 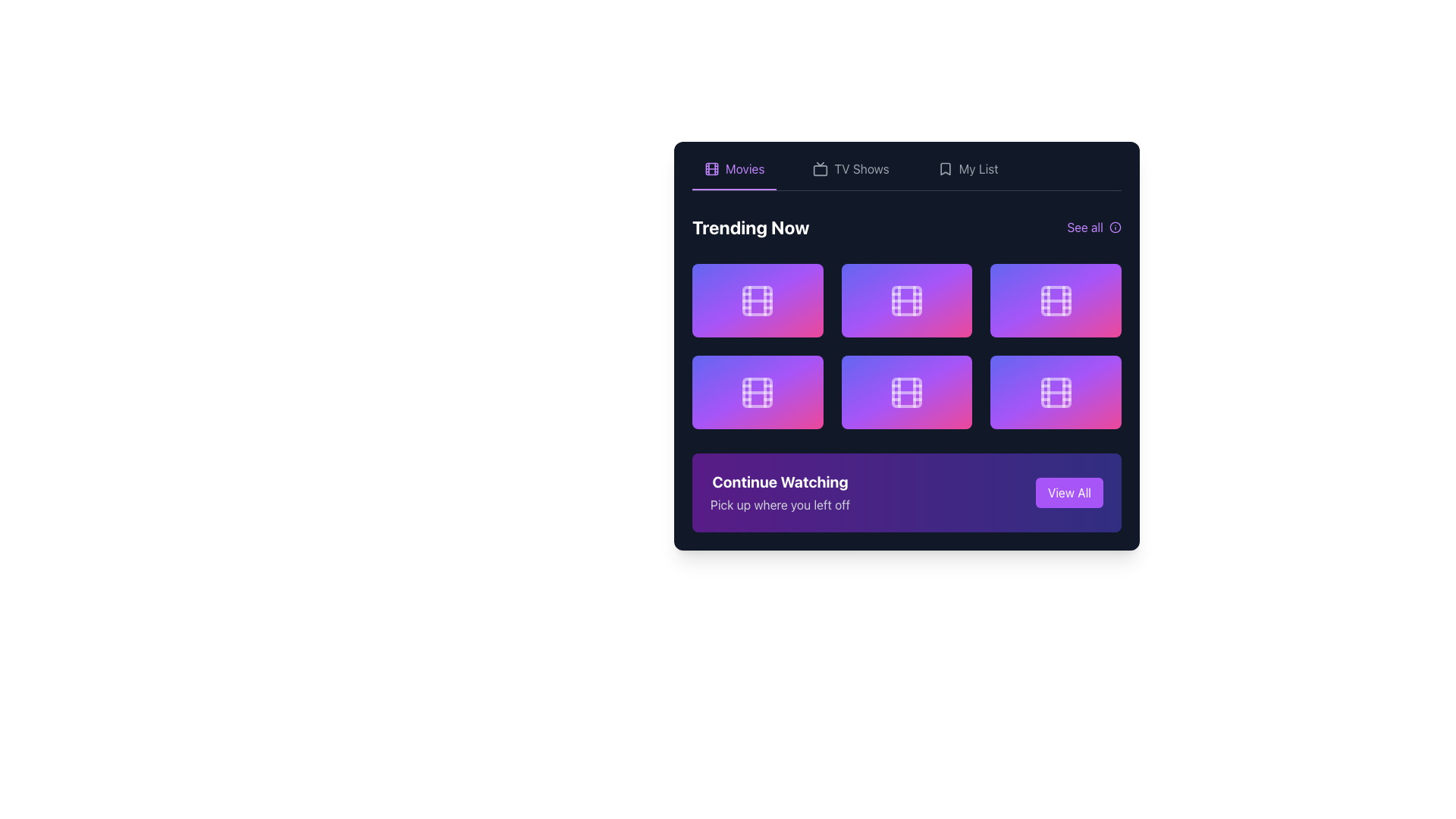 What do you see at coordinates (1068, 493) in the screenshot?
I see `the 'View All' button located in the bottom-right corner of the 'Continue Watching' section to visualize its hover effects` at bounding box center [1068, 493].